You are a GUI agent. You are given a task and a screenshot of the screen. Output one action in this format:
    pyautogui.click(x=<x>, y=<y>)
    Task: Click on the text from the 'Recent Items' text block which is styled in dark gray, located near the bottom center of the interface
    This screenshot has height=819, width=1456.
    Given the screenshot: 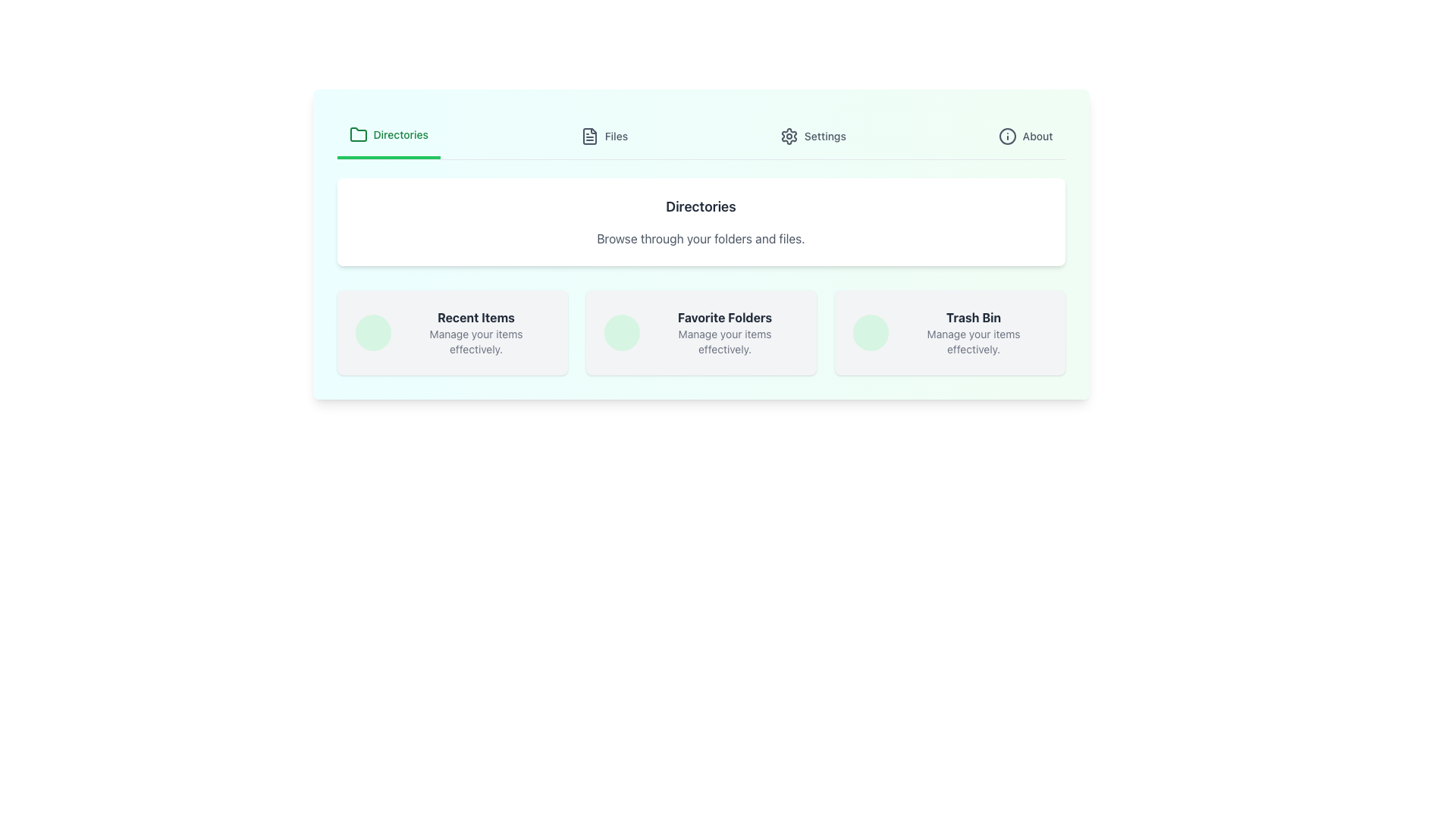 What is the action you would take?
    pyautogui.click(x=475, y=332)
    